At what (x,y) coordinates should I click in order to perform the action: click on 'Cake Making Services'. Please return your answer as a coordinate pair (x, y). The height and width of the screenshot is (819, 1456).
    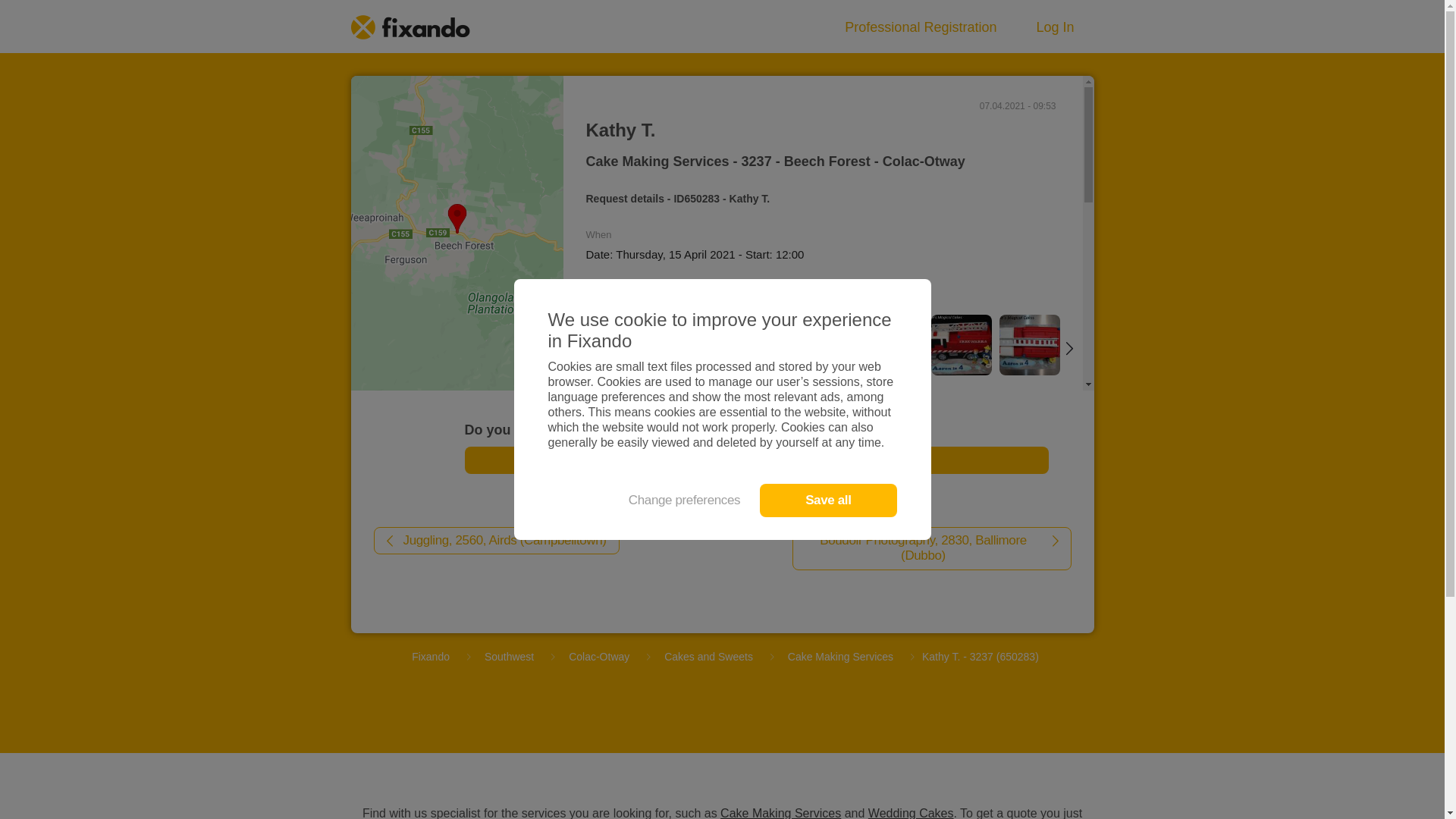
    Looking at the image, I should click on (782, 656).